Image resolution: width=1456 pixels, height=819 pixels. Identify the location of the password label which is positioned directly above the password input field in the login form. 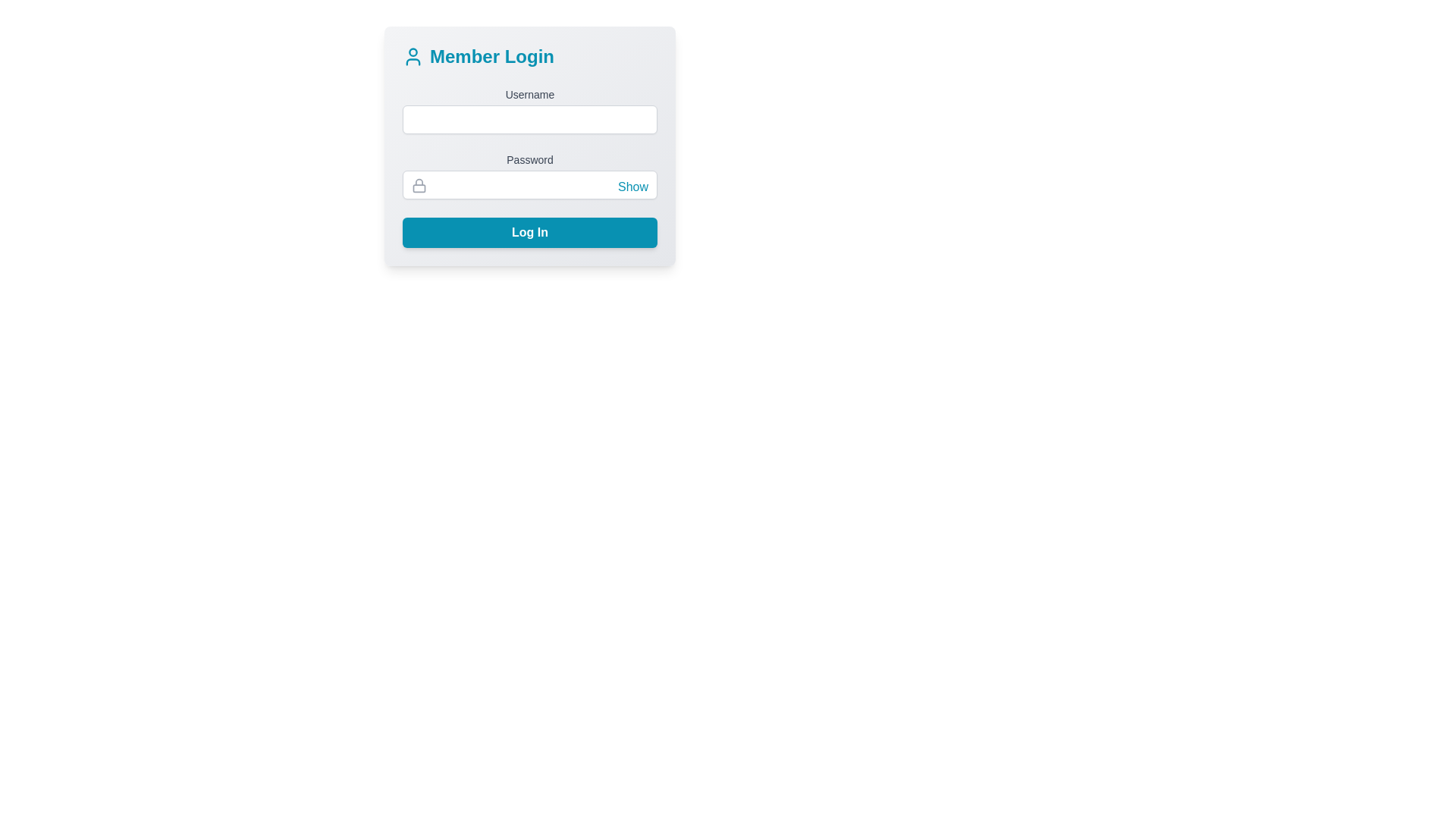
(530, 160).